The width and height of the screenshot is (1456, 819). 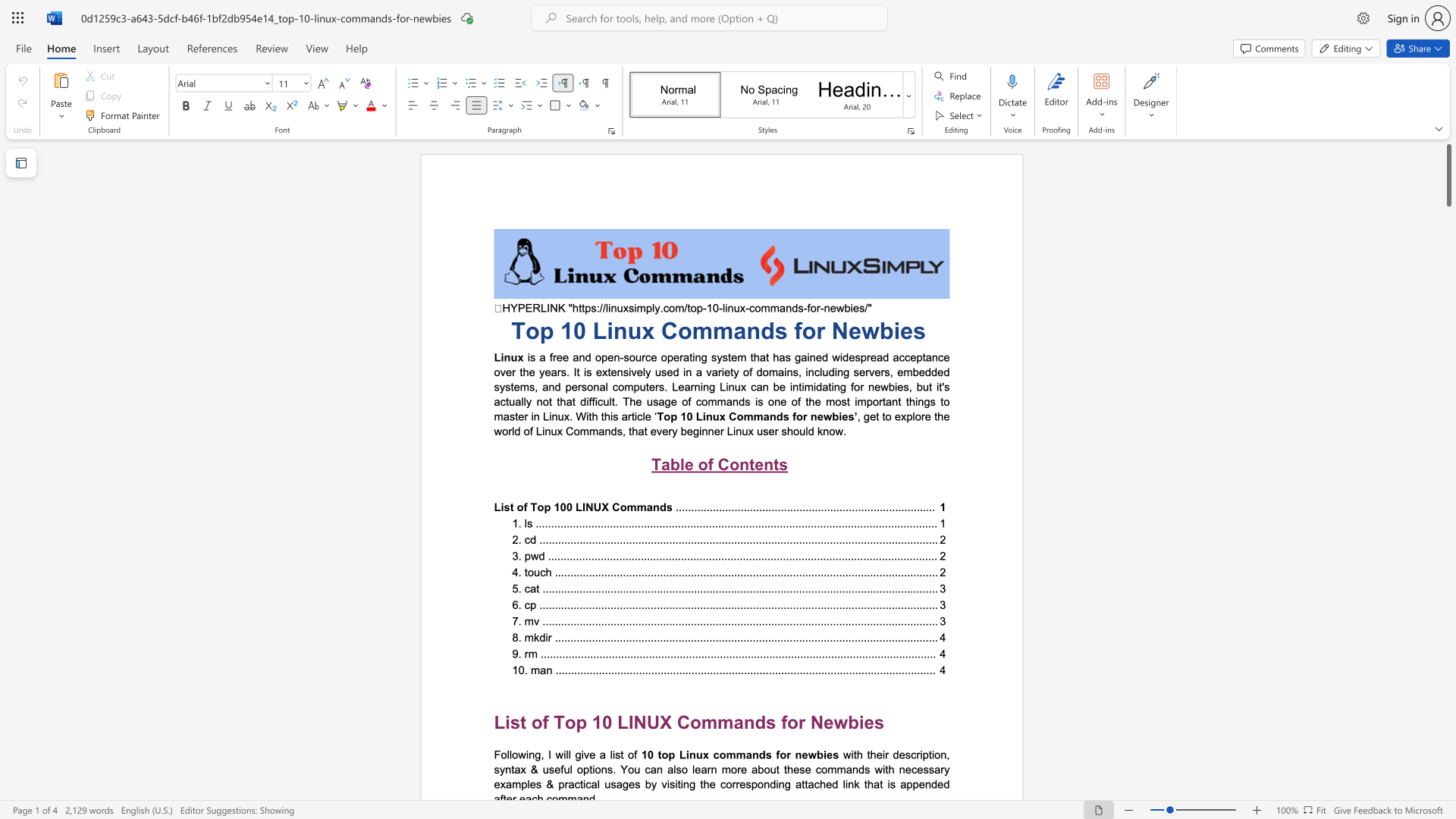 What do you see at coordinates (1448, 378) in the screenshot?
I see `the vertical scrollbar to lower the page content` at bounding box center [1448, 378].